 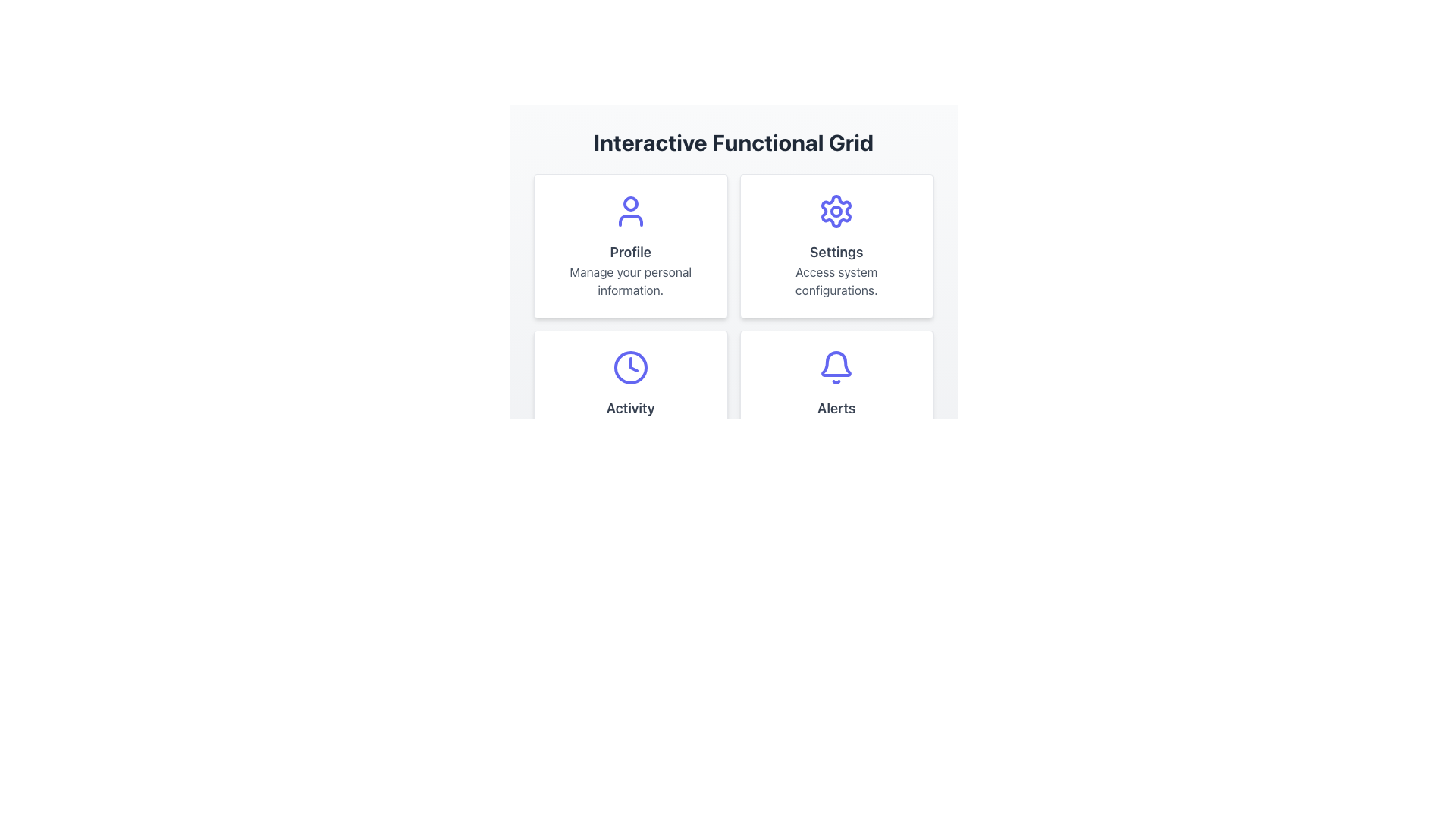 I want to click on the fourth card in the bottom-right area of the 2x2 grid layout, which represents recent notifications, so click(x=836, y=393).